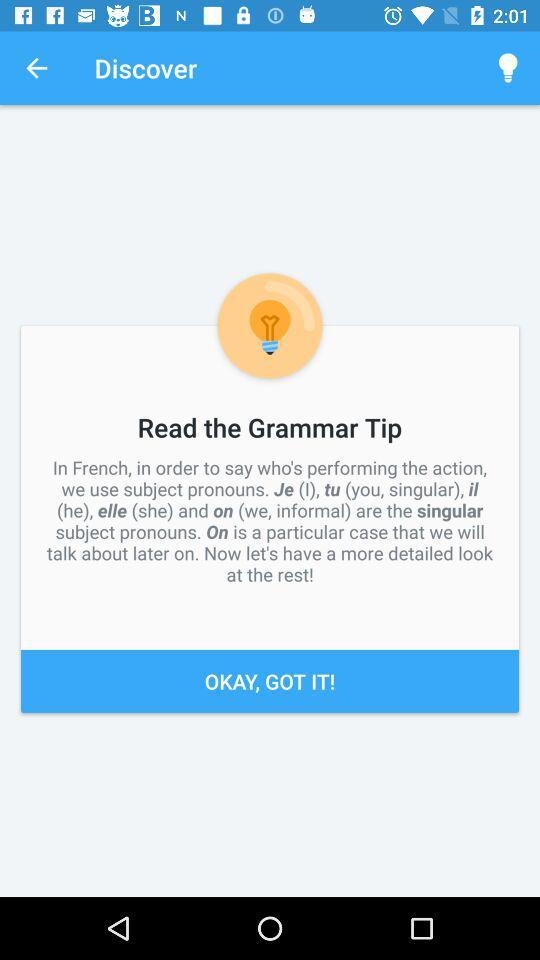 Image resolution: width=540 pixels, height=960 pixels. What do you see at coordinates (270, 681) in the screenshot?
I see `the item below the in french in item` at bounding box center [270, 681].